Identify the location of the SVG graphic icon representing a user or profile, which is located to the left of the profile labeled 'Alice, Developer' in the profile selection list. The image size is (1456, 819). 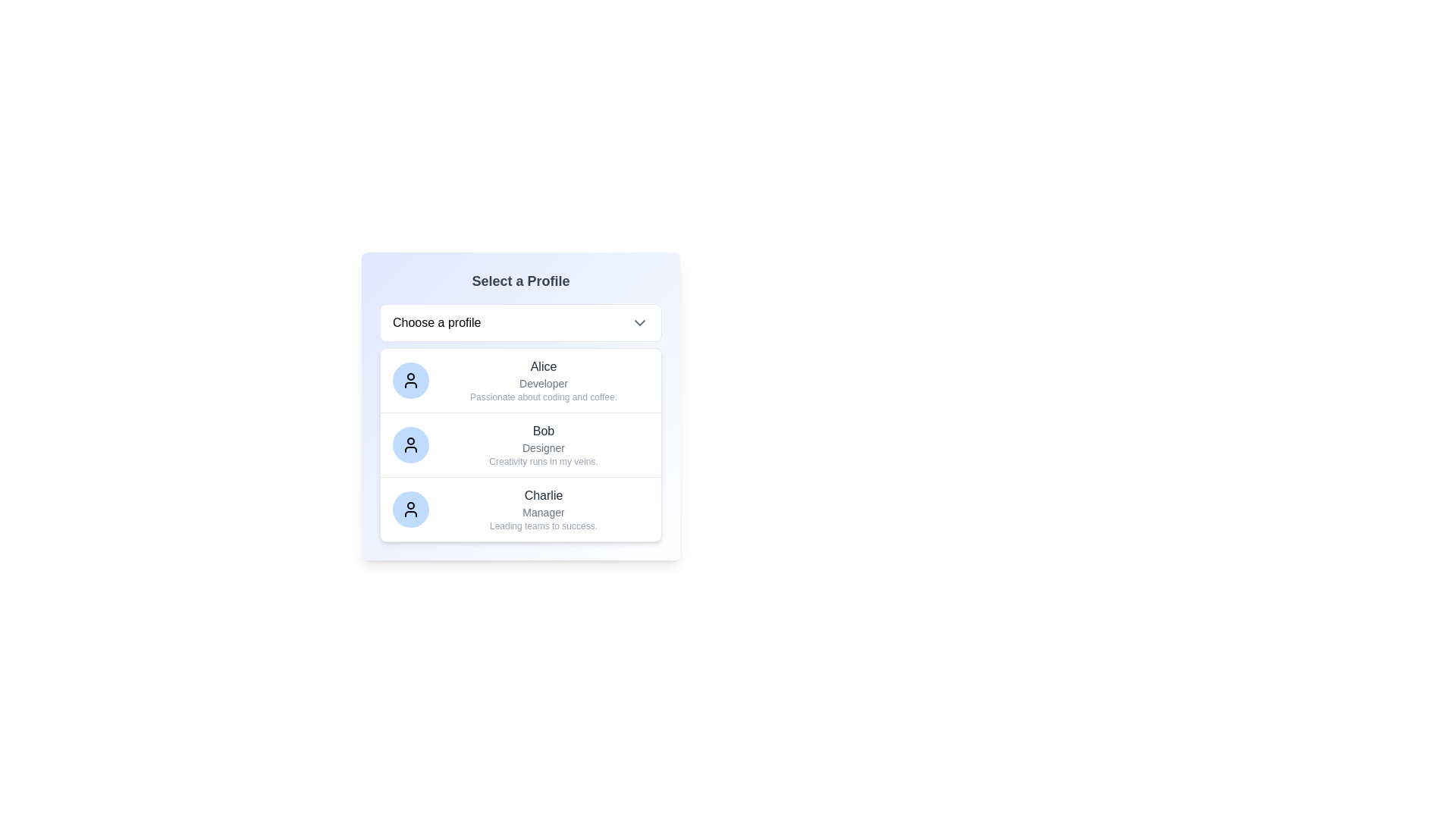
(411, 444).